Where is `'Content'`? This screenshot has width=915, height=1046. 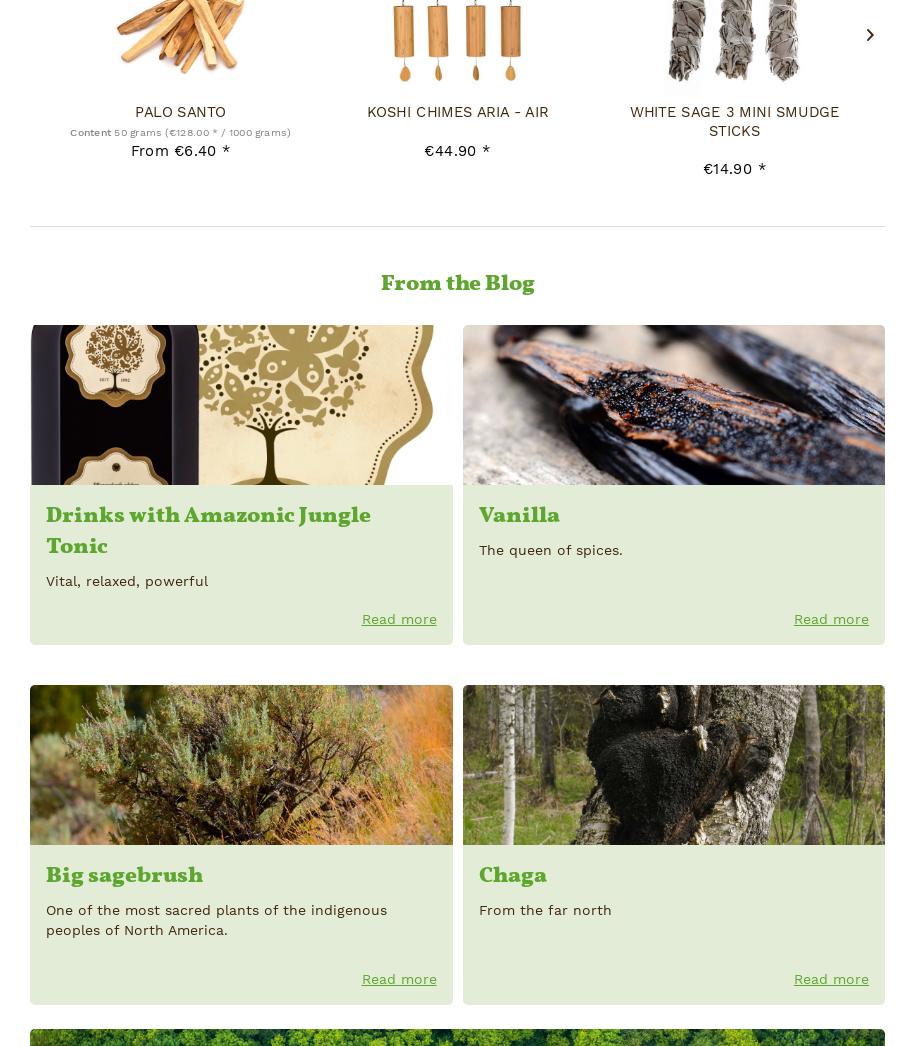 'Content' is located at coordinates (90, 131).